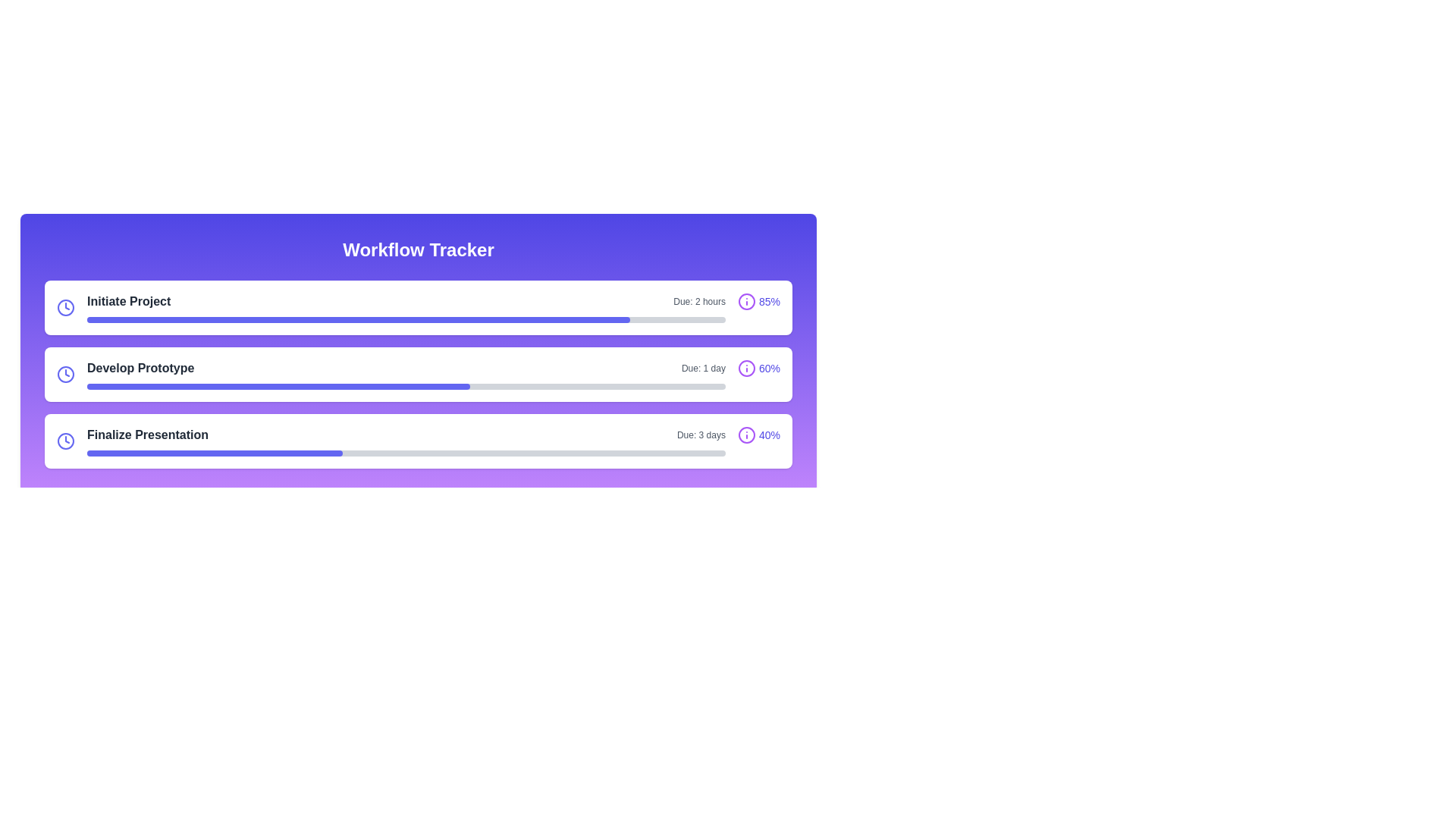 This screenshot has height=819, width=1456. Describe the element at coordinates (746, 301) in the screenshot. I see `attributes of the larger circular shape component of the SVG-based icon that indicates an '85%' completion rate, located to the right of the 'Due: 2 hours' text in the first task item of the workflow tracker interface` at that location.